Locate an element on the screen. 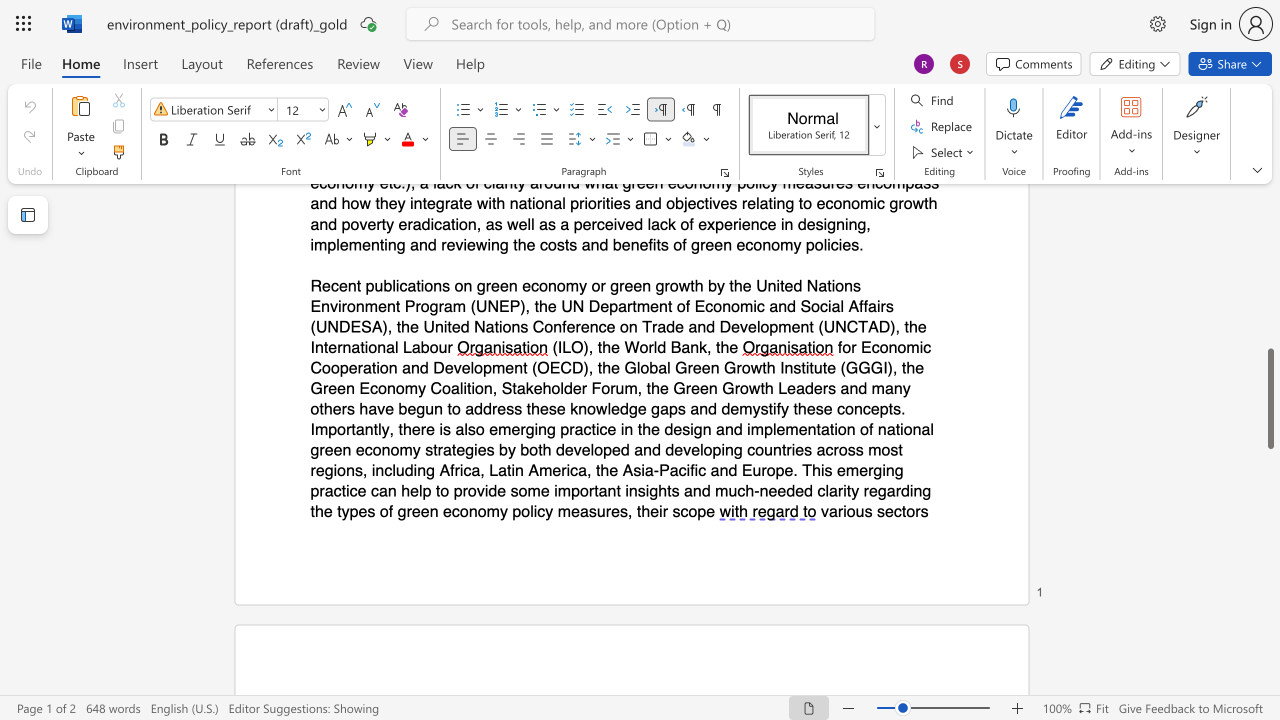  the scrollbar to scroll upward is located at coordinates (1269, 248).